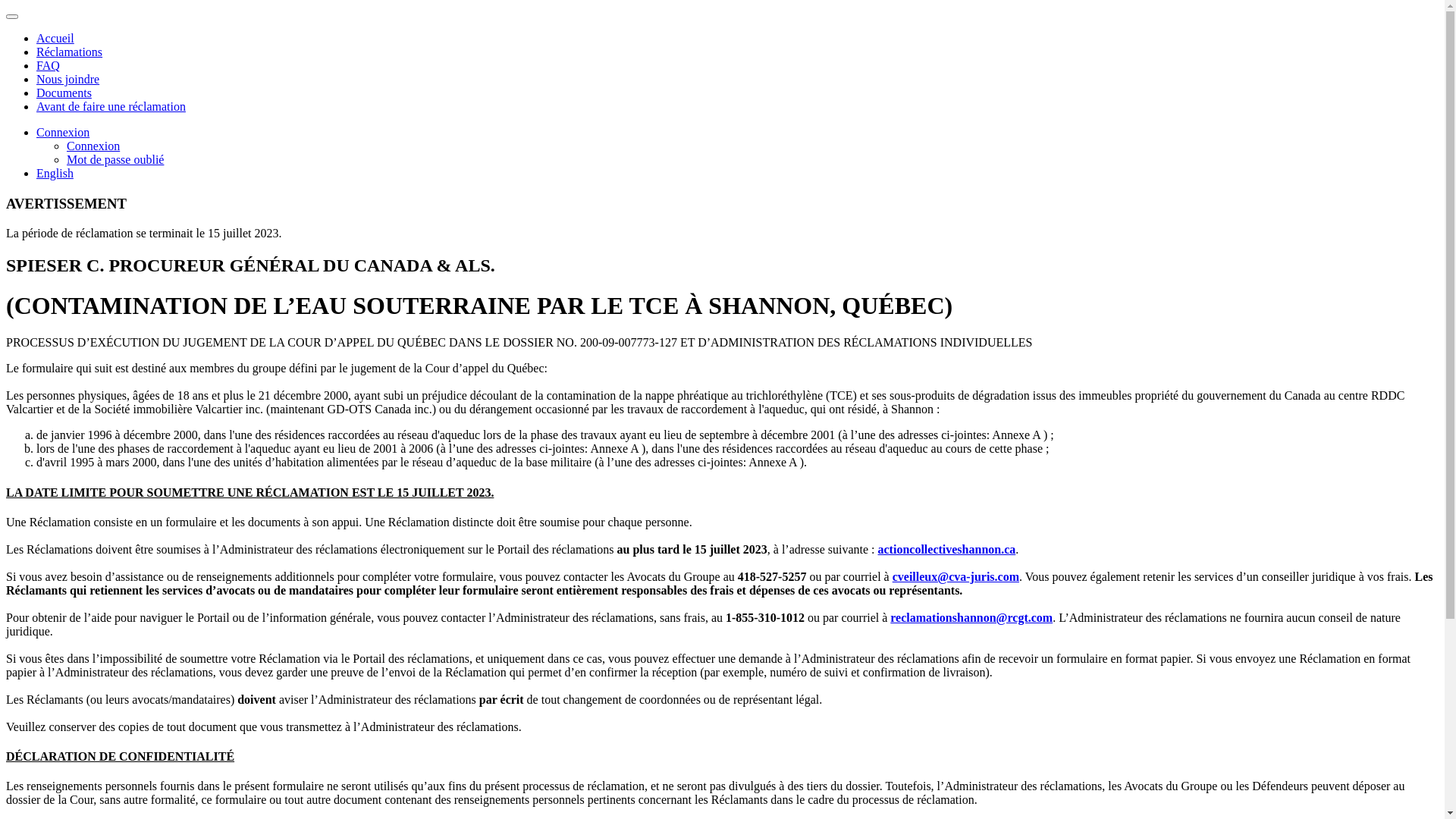 The height and width of the screenshot is (819, 1456). What do you see at coordinates (61, 131) in the screenshot?
I see `'Connexion'` at bounding box center [61, 131].